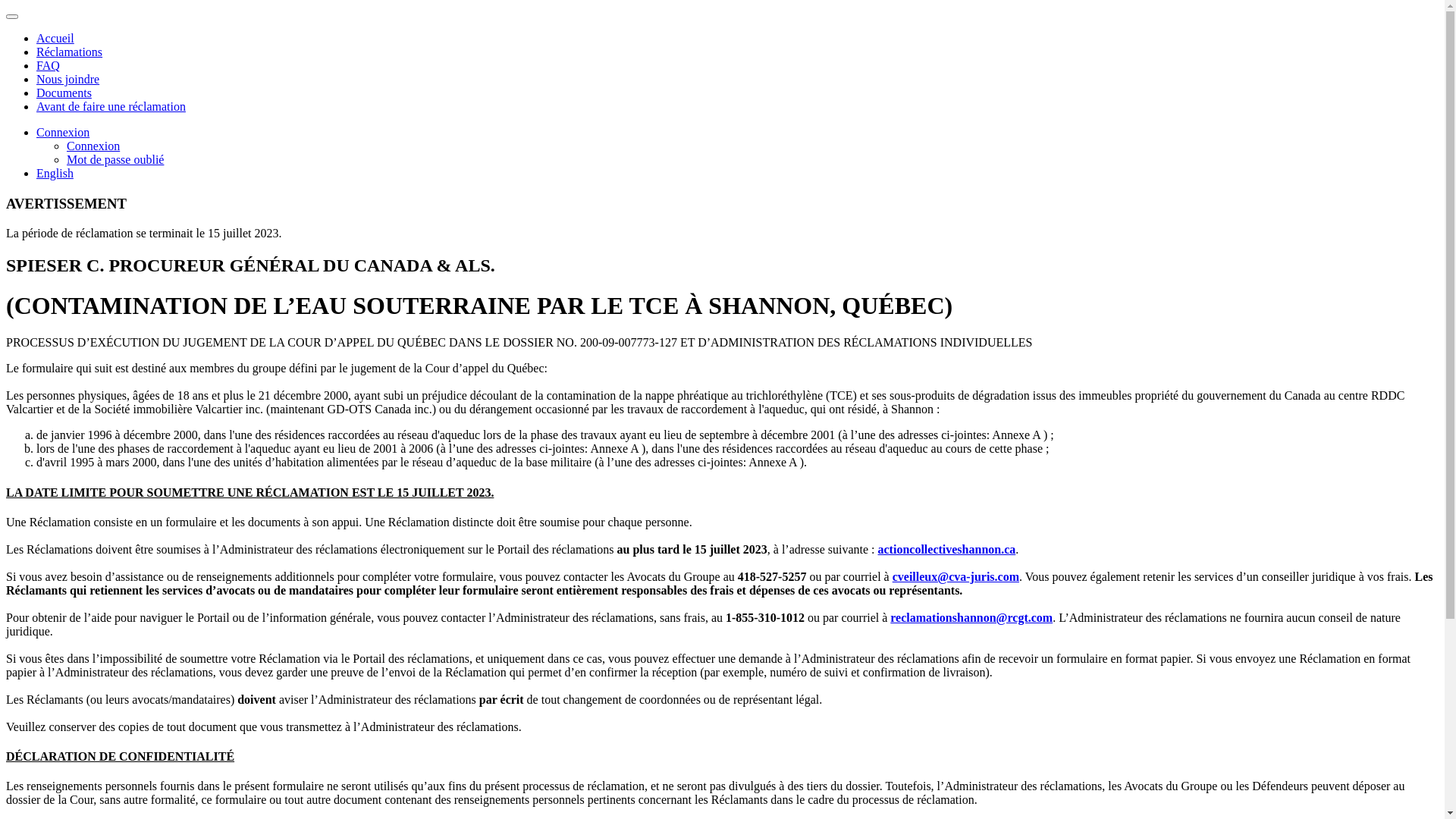 The height and width of the screenshot is (819, 1456). What do you see at coordinates (61, 131) in the screenshot?
I see `'Connexion'` at bounding box center [61, 131].